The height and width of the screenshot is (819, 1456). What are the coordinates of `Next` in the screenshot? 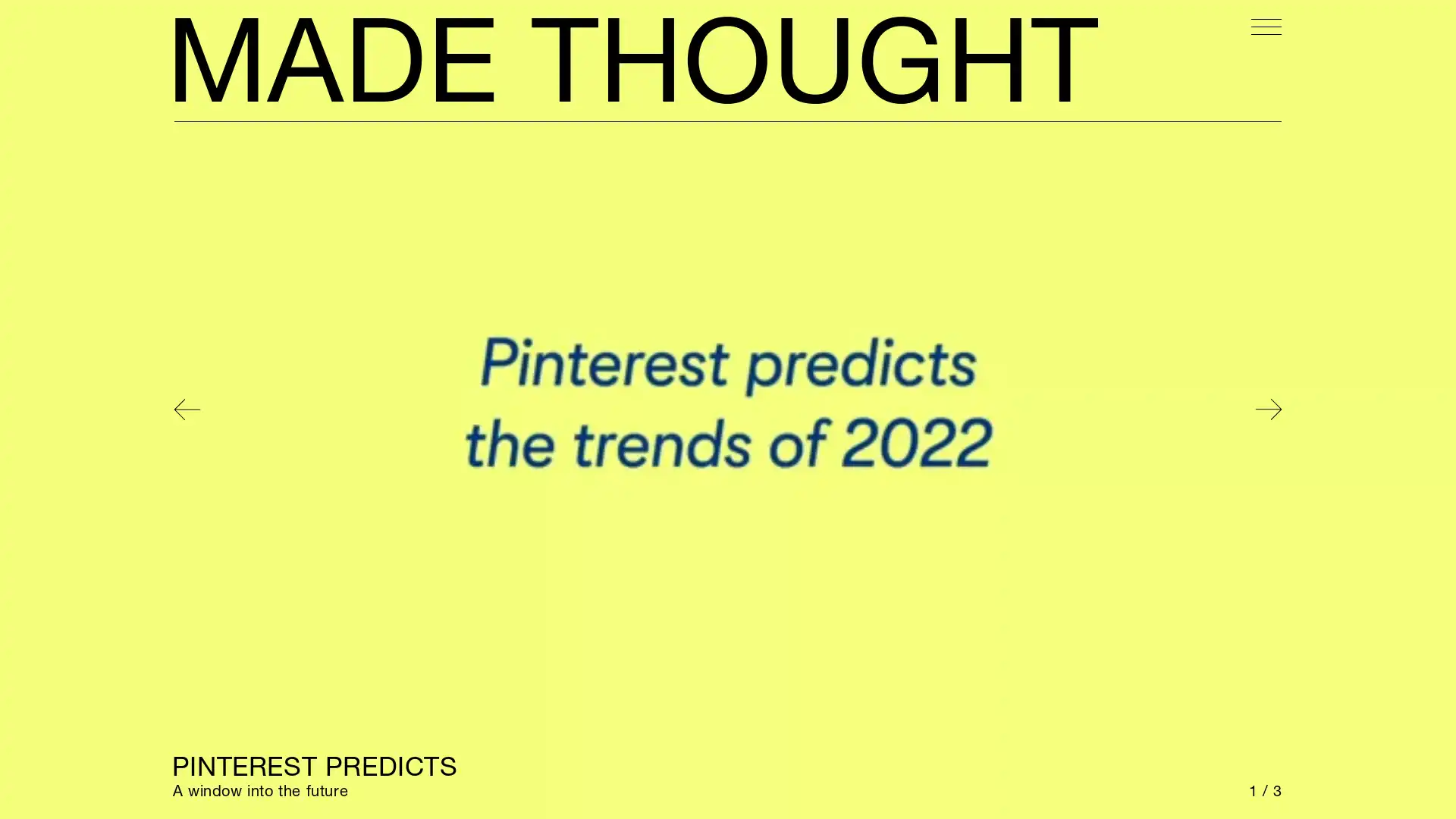 It's located at (1267, 409).